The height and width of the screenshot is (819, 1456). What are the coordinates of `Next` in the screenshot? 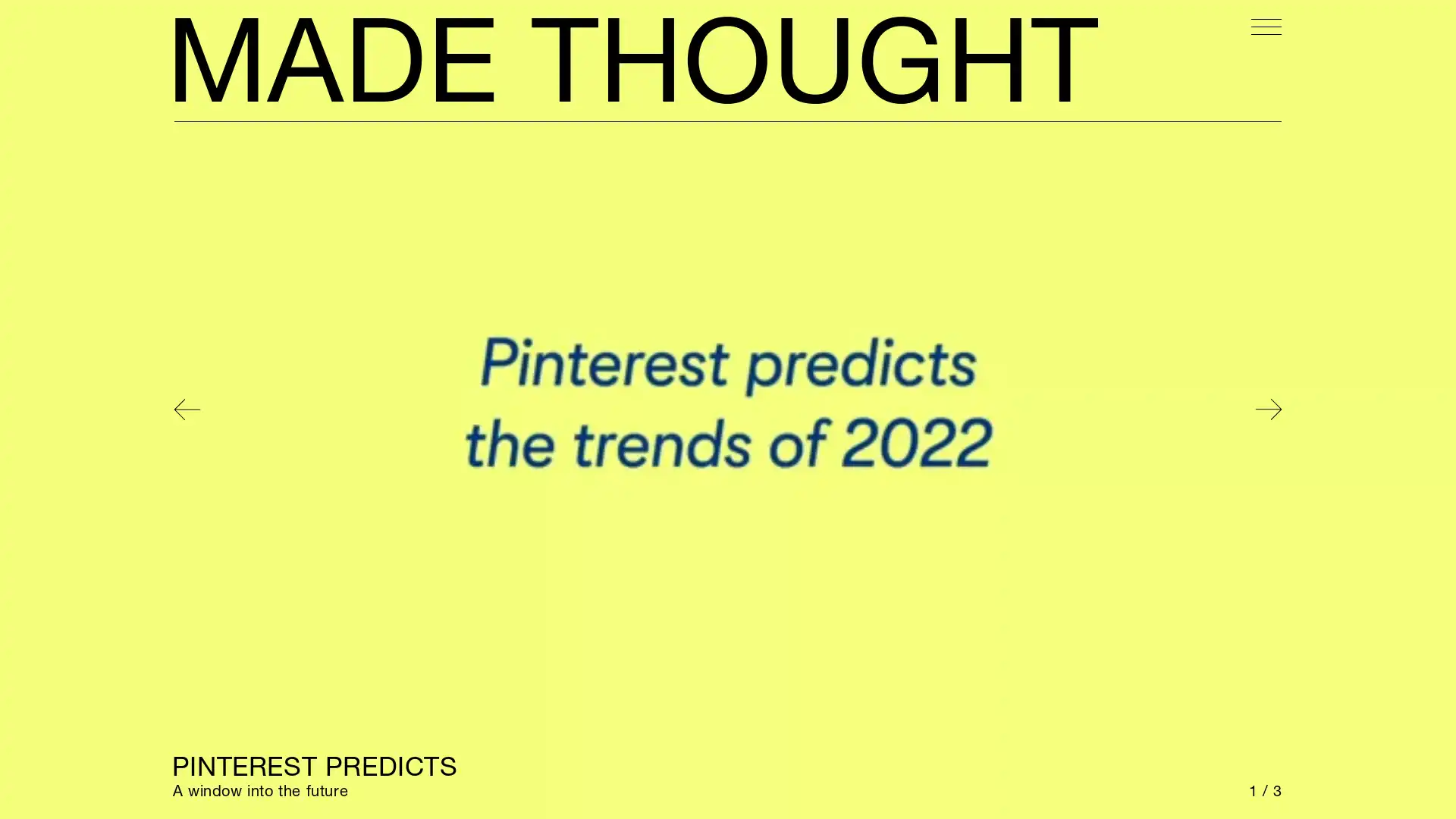 It's located at (1267, 409).